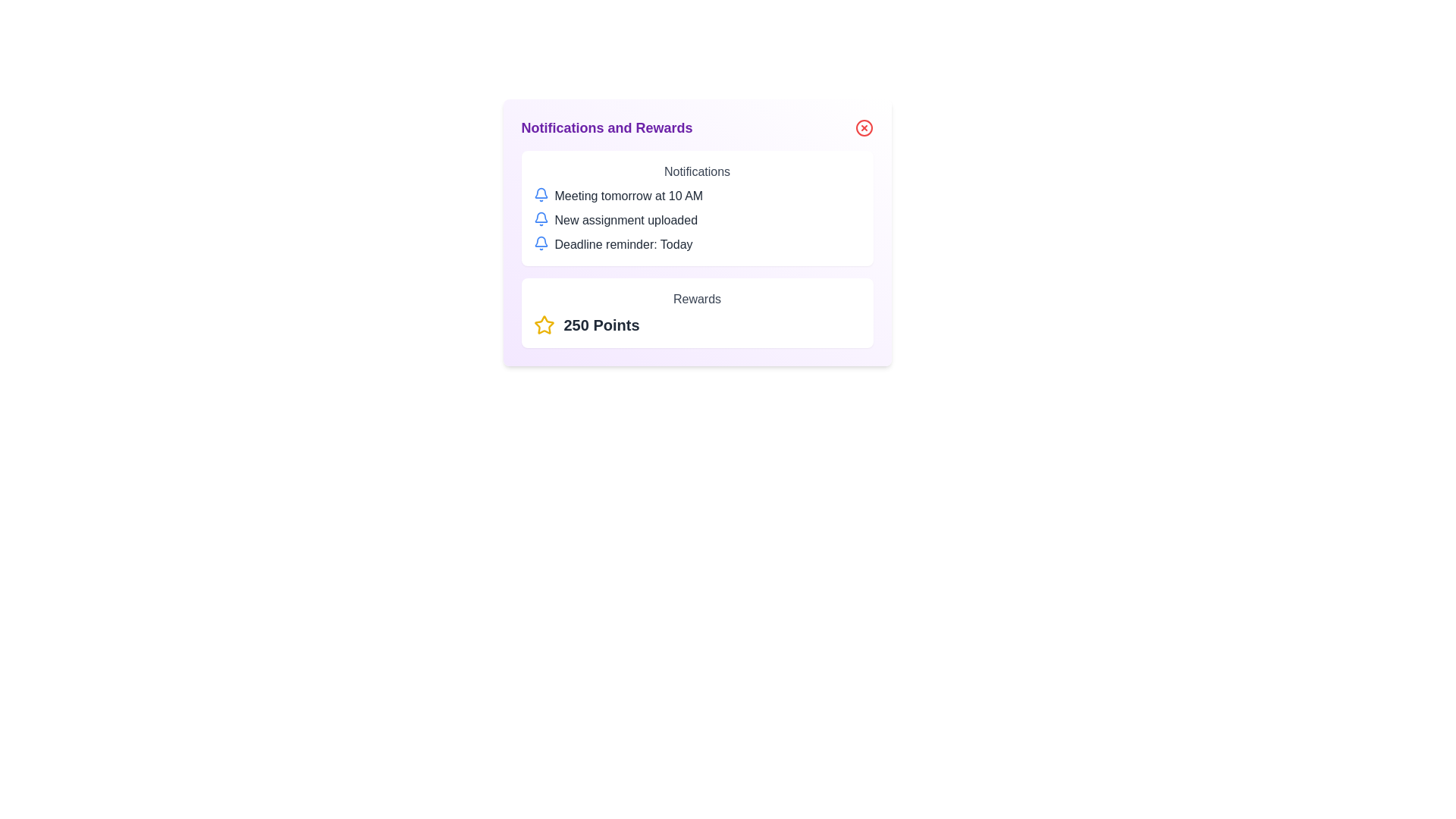 This screenshot has height=819, width=1456. Describe the element at coordinates (629, 195) in the screenshot. I see `the notification text informing about the upcoming meeting scheduled for tomorrow at 10 AM in the Notifications and Rewards panel for possible additional interactions` at that location.